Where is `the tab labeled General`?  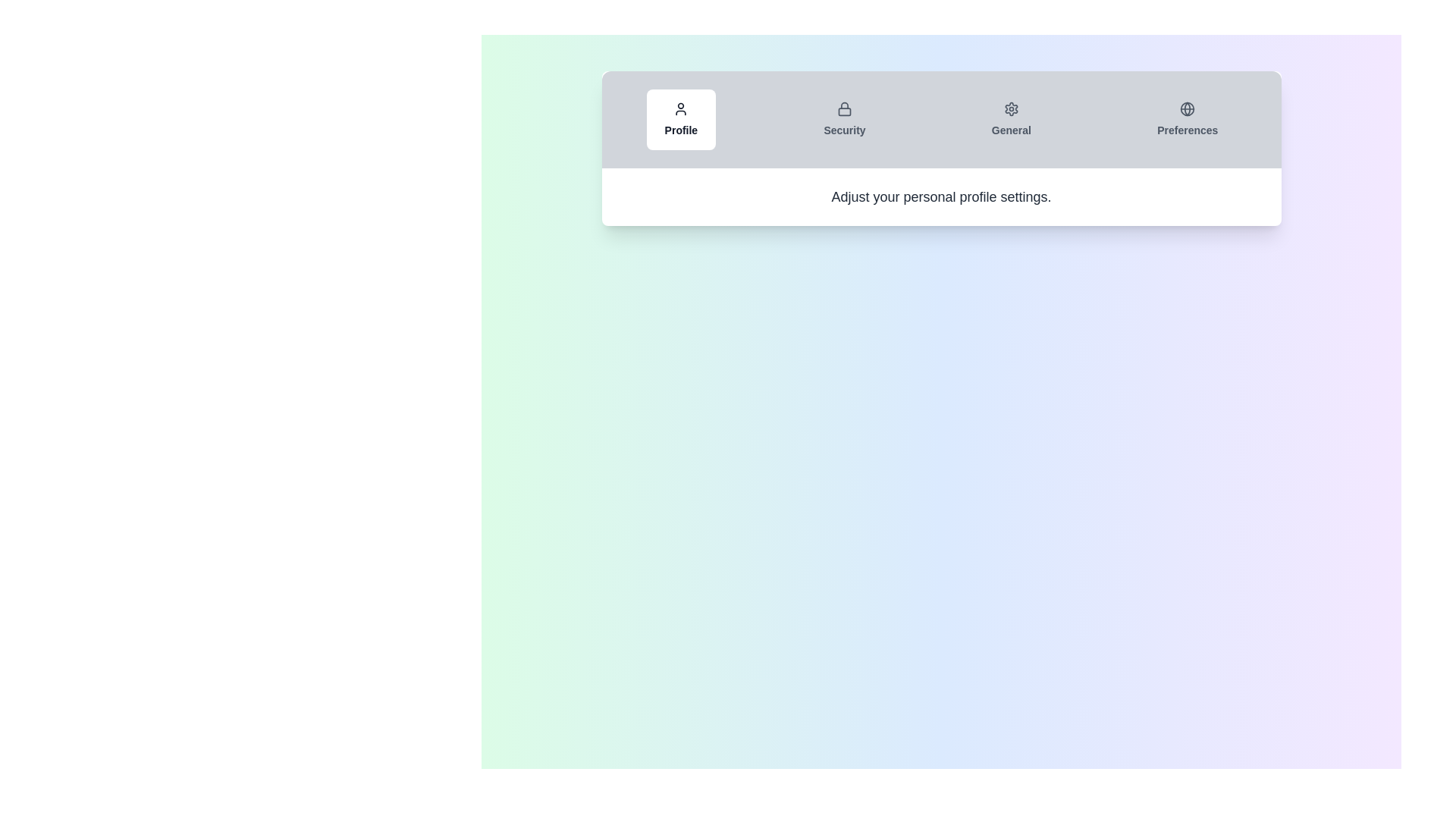
the tab labeled General is located at coordinates (1011, 119).